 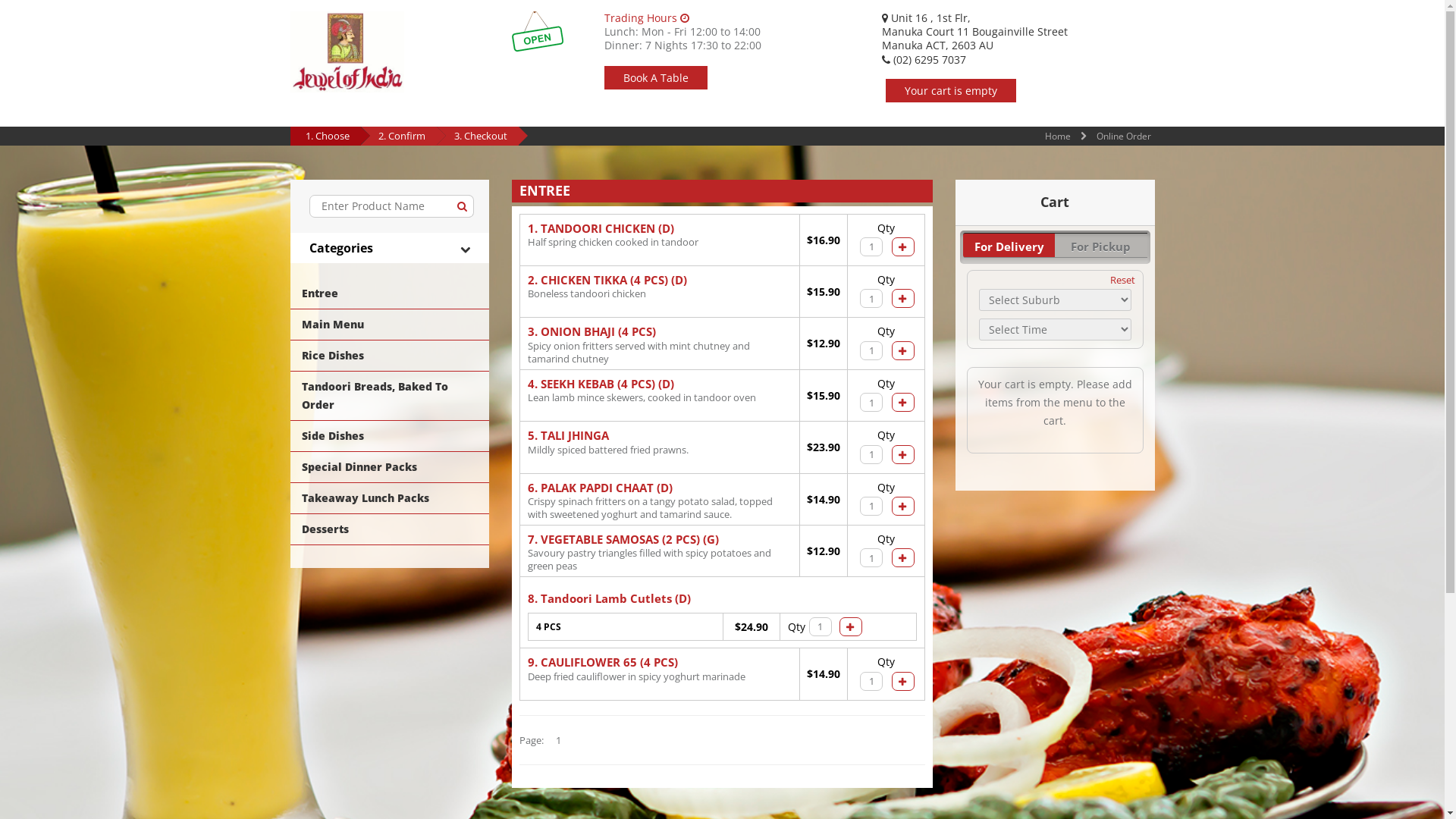 I want to click on 'For Delivery', so click(x=1009, y=244).